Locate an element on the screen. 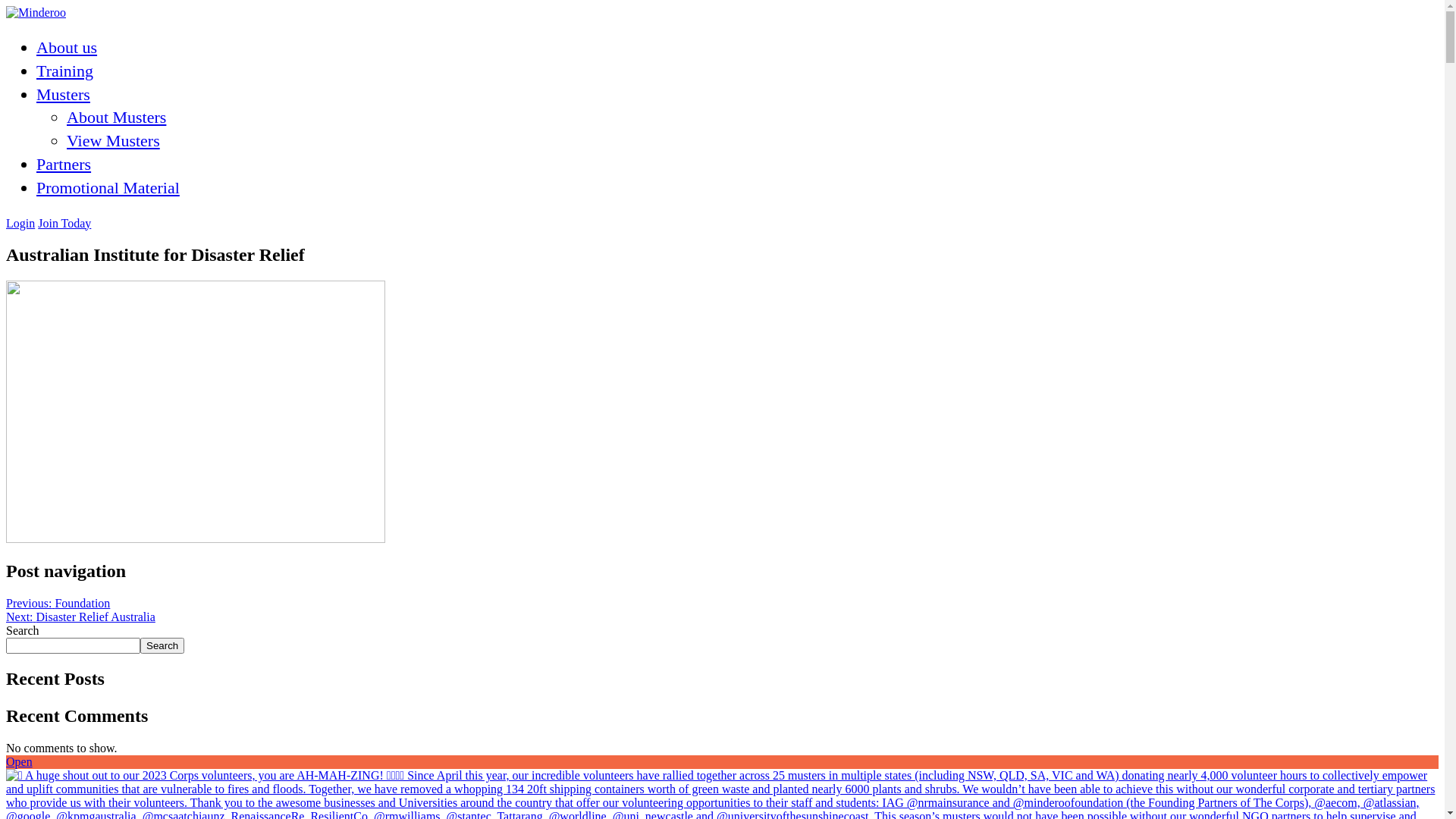 The image size is (1456, 819). 'Login' is located at coordinates (20, 223).